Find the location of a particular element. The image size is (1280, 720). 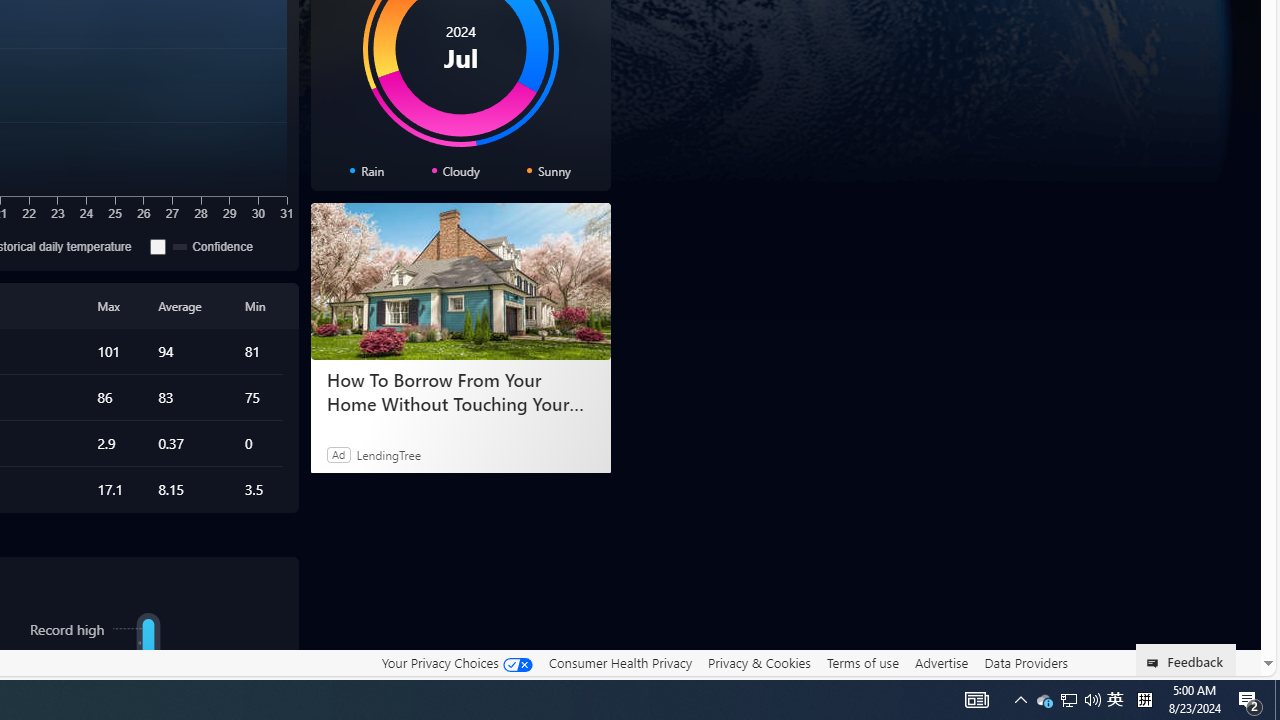

'Data Providers' is located at coordinates (1025, 663).